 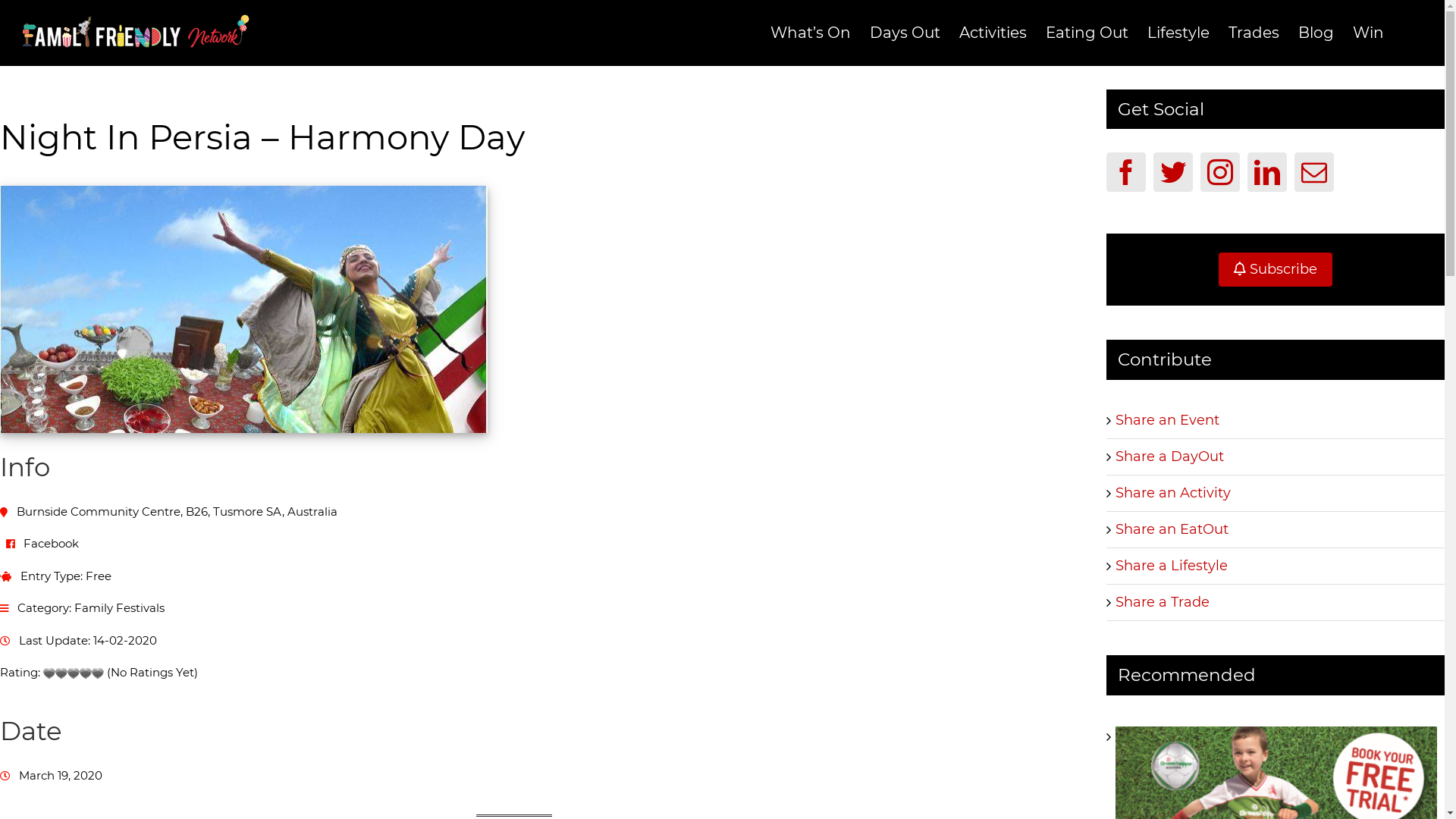 What do you see at coordinates (1166, 420) in the screenshot?
I see `'Share an Event'` at bounding box center [1166, 420].